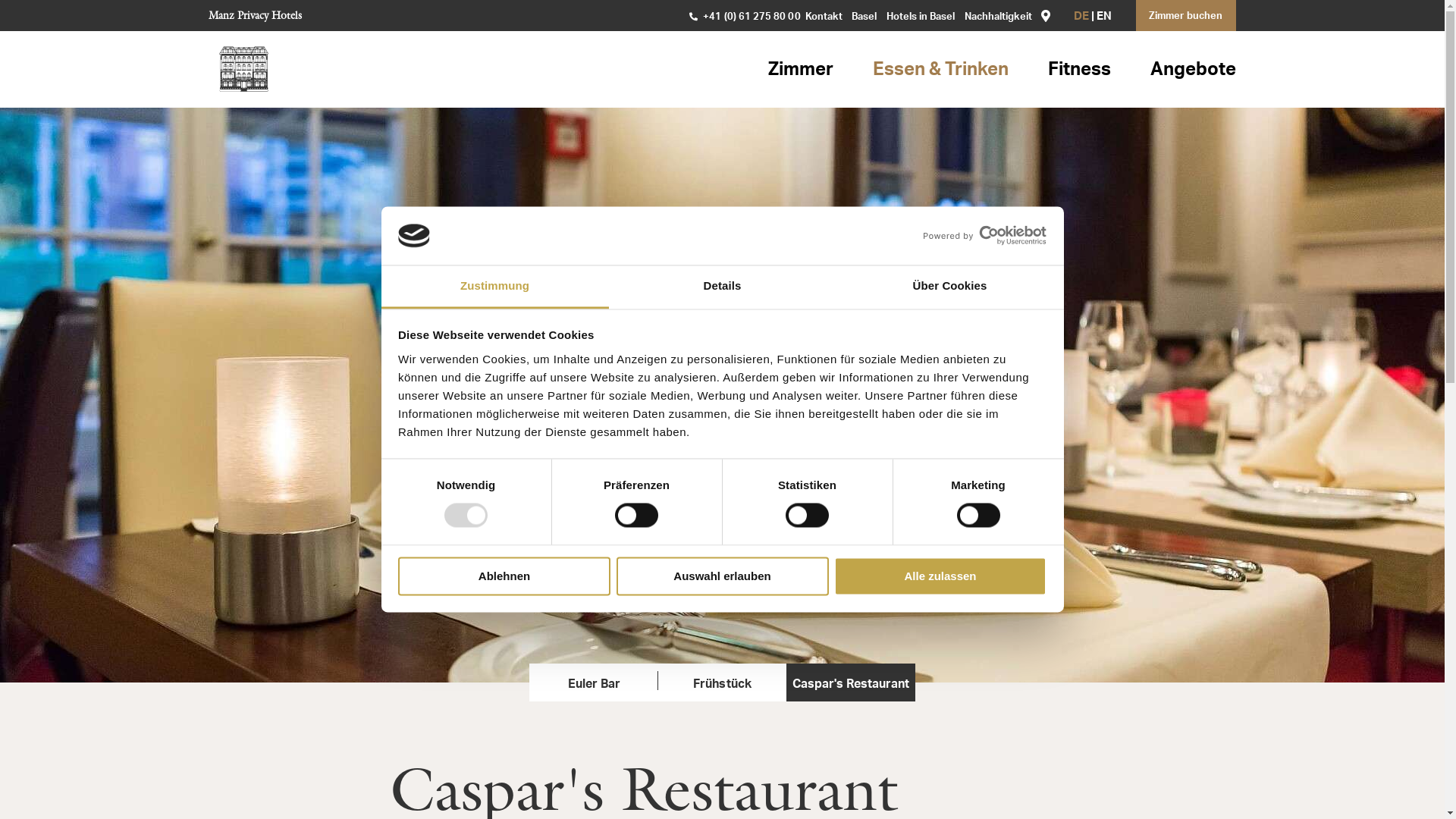 Image resolution: width=1456 pixels, height=819 pixels. Describe the element at coordinates (850, 681) in the screenshot. I see `'Caspar's Restaurant'` at that location.